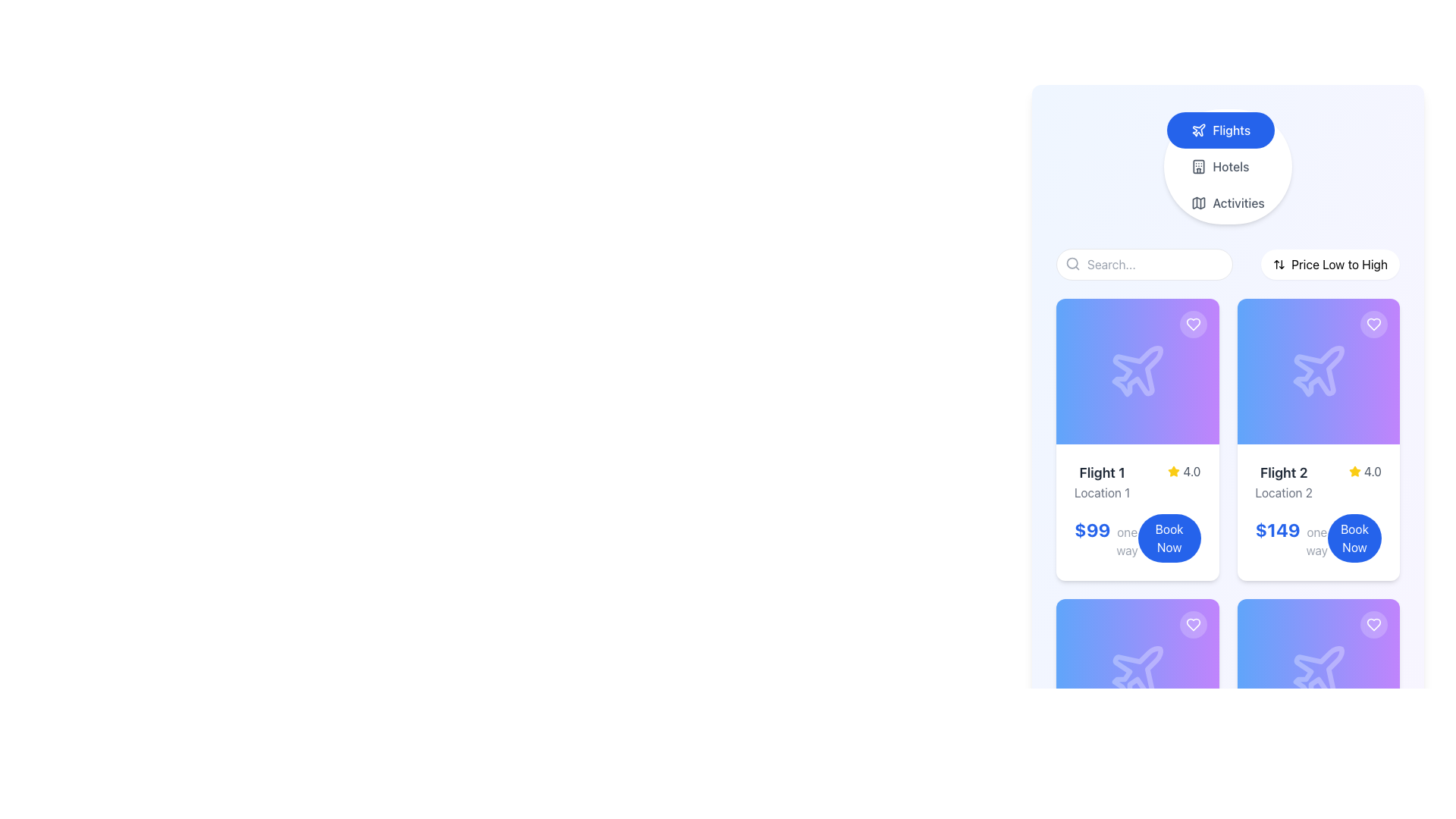 The image size is (1456, 819). Describe the element at coordinates (1317, 671) in the screenshot. I see `the flight-related theme icon, which is part of the last card in the second row of a 2x2 grid layout, positioned below the heart icon in the top-right corner` at that location.